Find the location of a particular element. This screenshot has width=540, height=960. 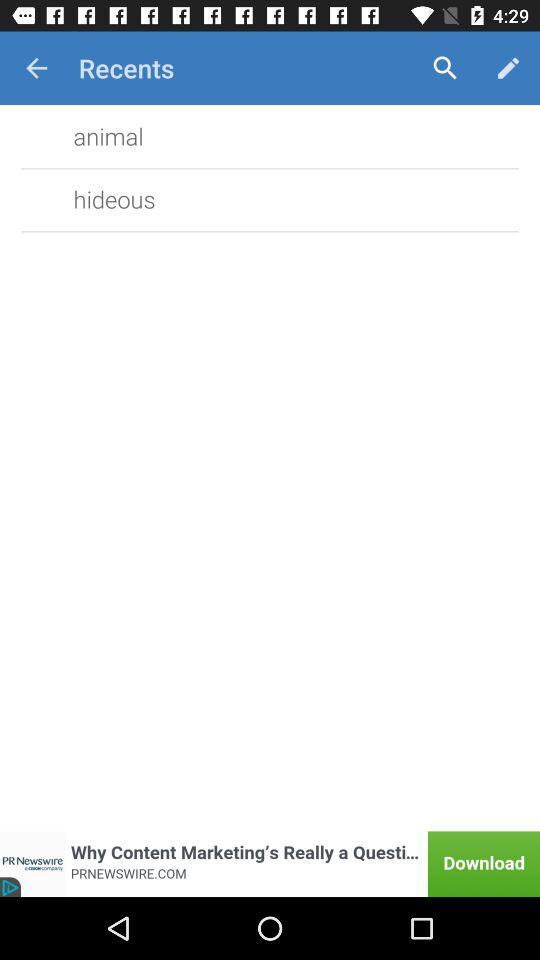

the content in the advertisement is located at coordinates (270, 863).